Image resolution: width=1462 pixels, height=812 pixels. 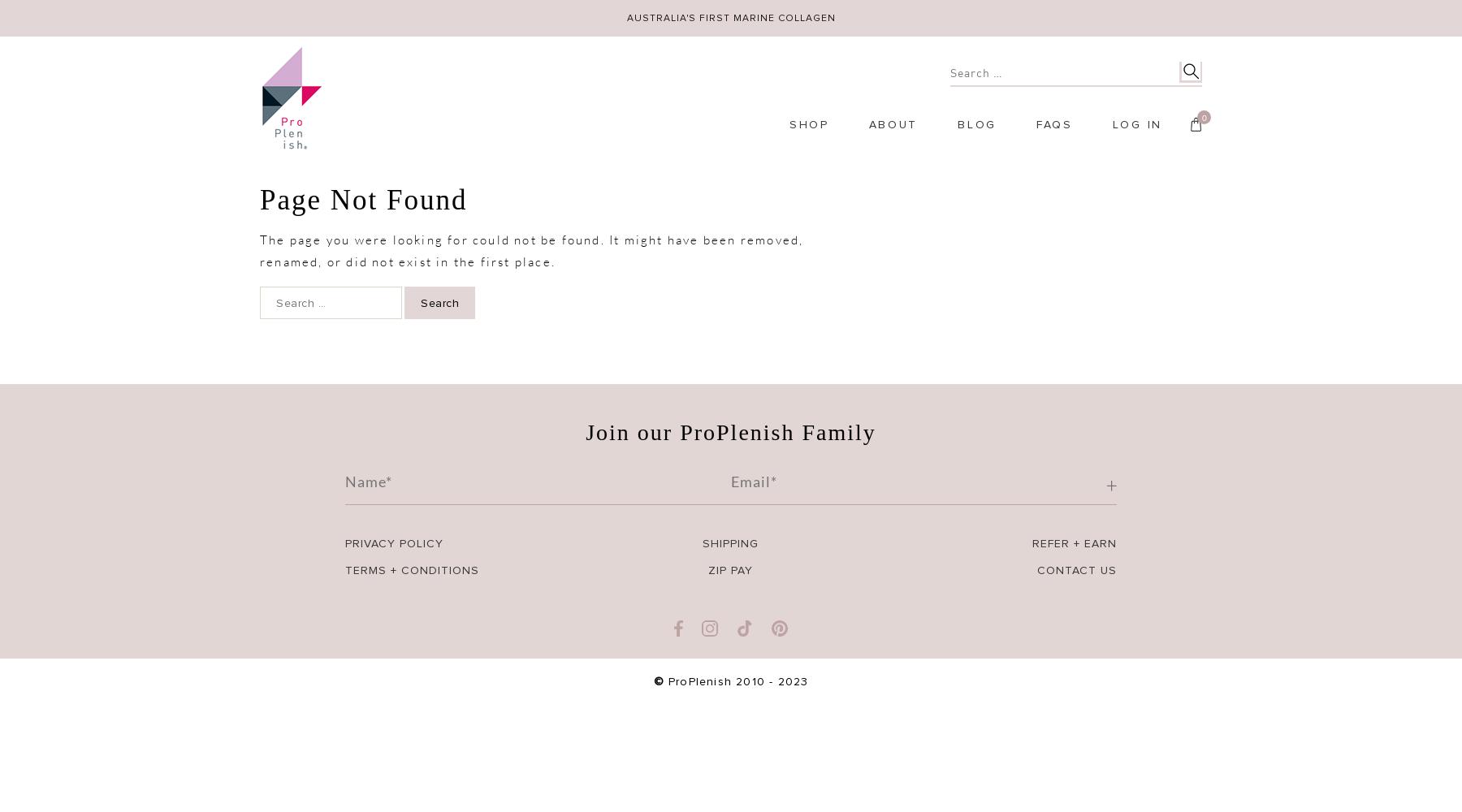 What do you see at coordinates (259, 250) in the screenshot?
I see `'The page you were looking for could not be found. It might have been removed, renamed, or did not exist in the first place.'` at bounding box center [259, 250].